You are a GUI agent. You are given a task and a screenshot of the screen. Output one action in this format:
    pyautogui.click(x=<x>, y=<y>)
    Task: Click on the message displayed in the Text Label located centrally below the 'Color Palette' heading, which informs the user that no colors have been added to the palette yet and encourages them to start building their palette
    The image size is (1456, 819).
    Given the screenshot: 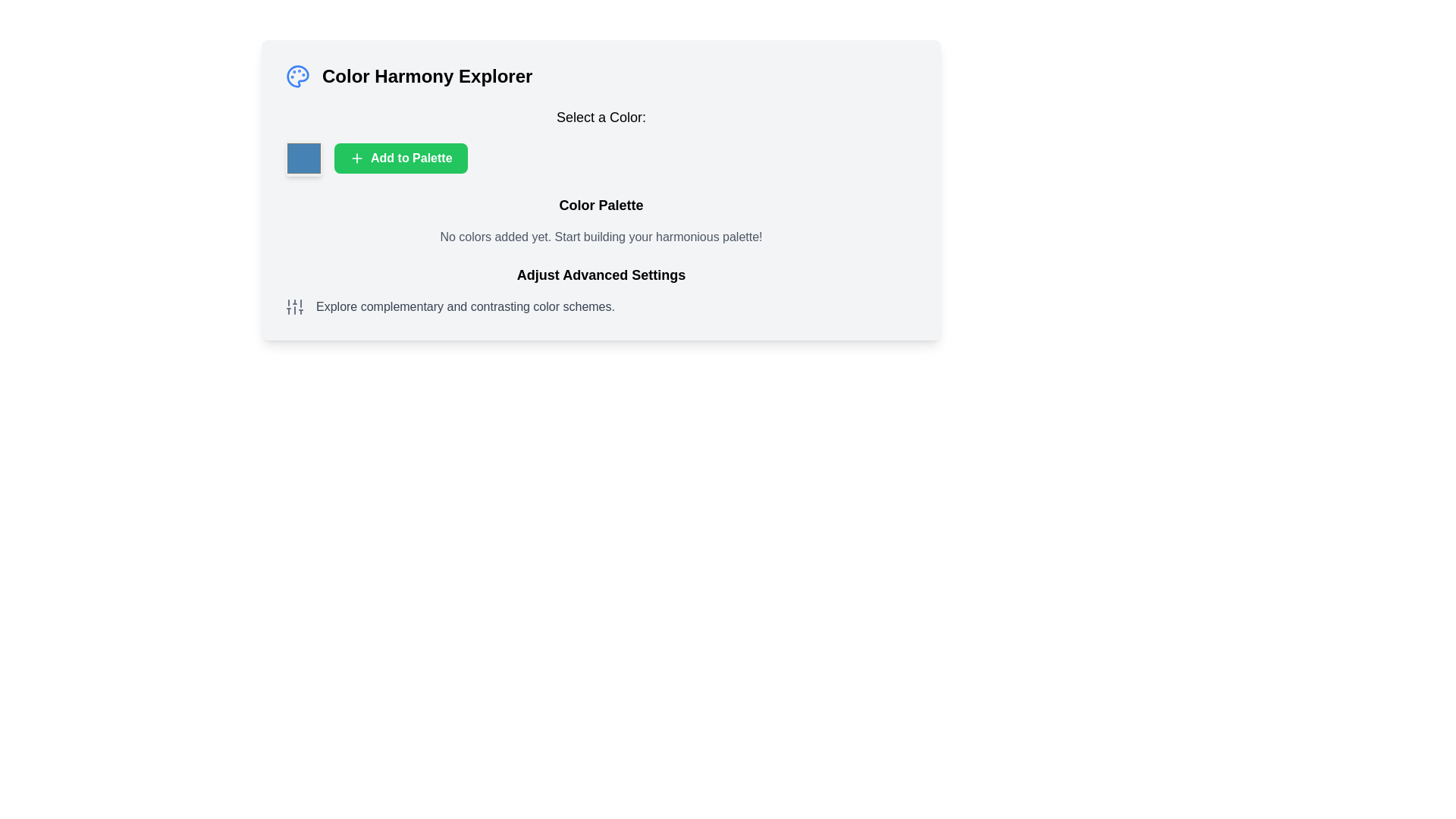 What is the action you would take?
    pyautogui.click(x=600, y=237)
    